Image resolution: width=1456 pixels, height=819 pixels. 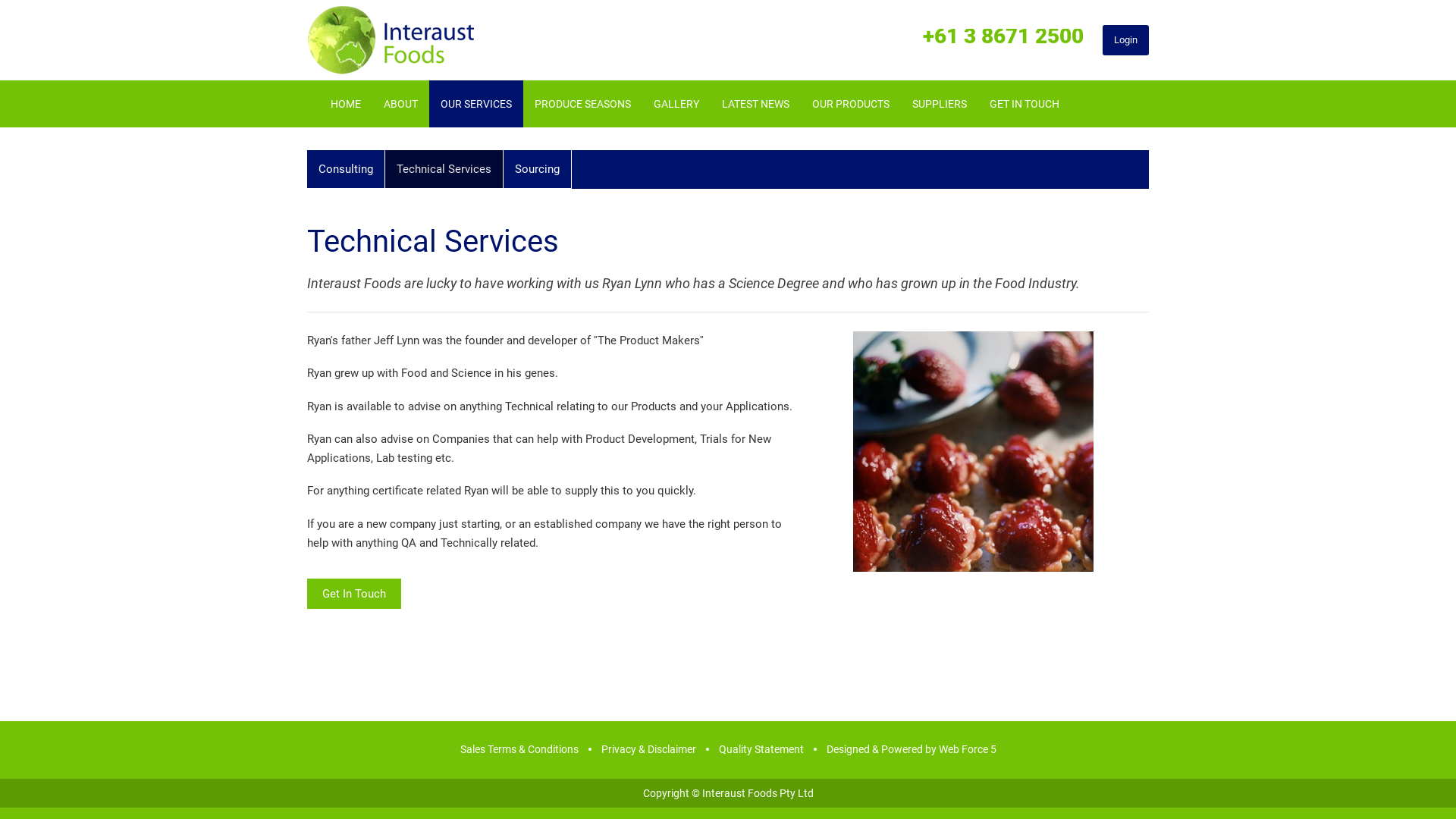 What do you see at coordinates (400, 103) in the screenshot?
I see `'ABOUT'` at bounding box center [400, 103].